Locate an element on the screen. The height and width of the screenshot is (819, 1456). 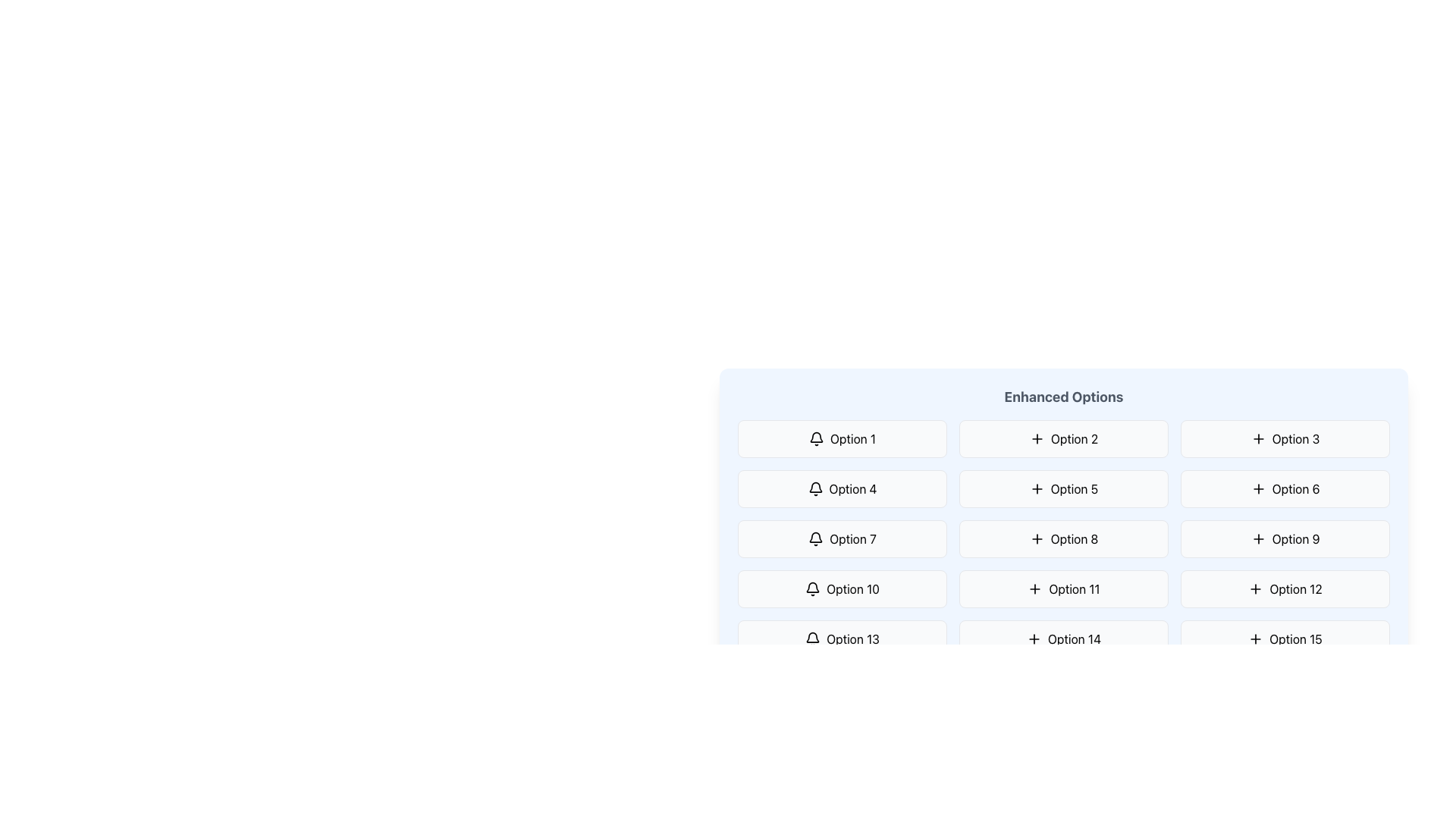
the plus-shaped icon located centrally within the button labeled 'Option 11' is located at coordinates (1034, 588).